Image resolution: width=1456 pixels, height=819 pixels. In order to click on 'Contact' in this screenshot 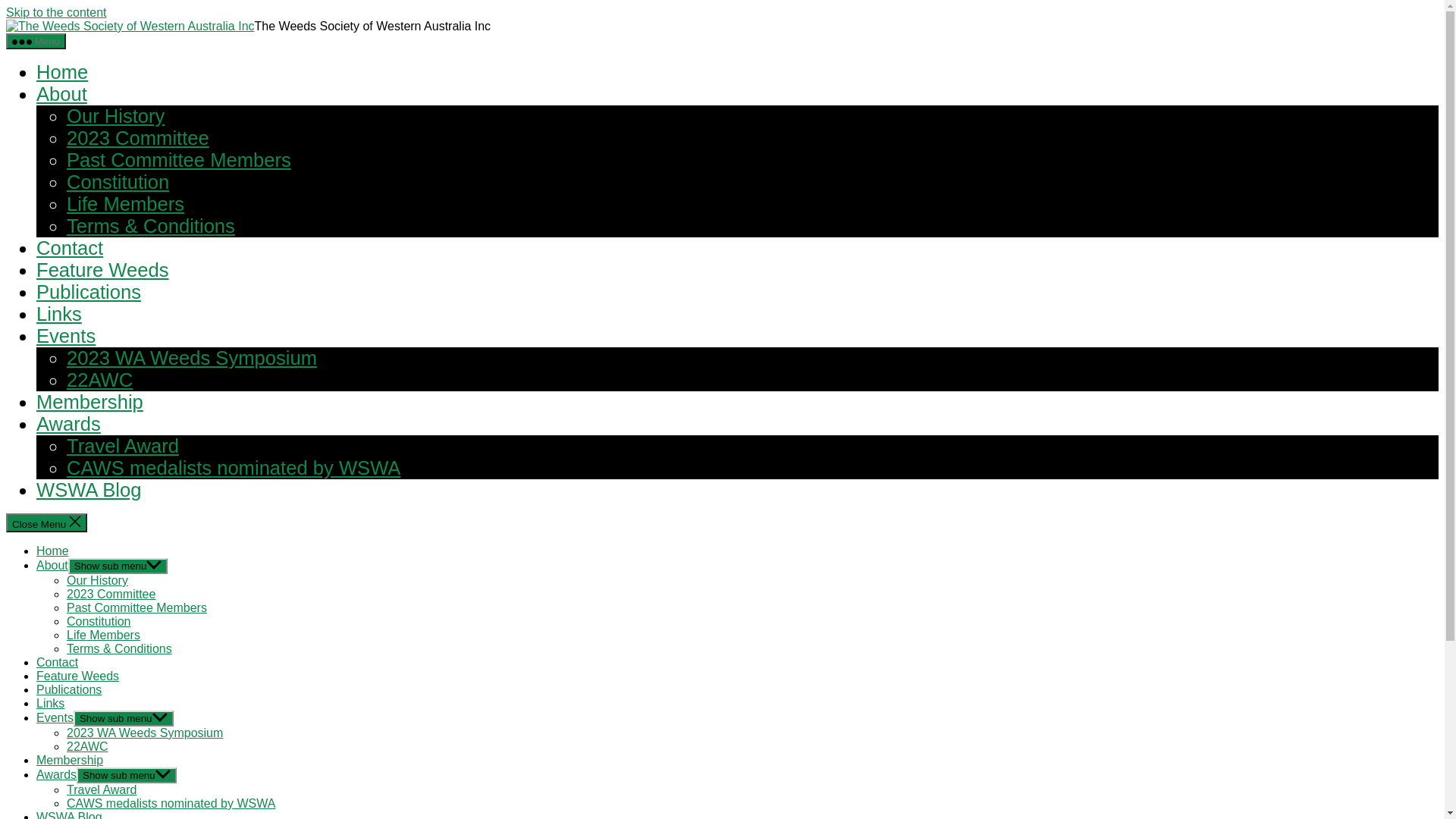, I will do `click(68, 247)`.